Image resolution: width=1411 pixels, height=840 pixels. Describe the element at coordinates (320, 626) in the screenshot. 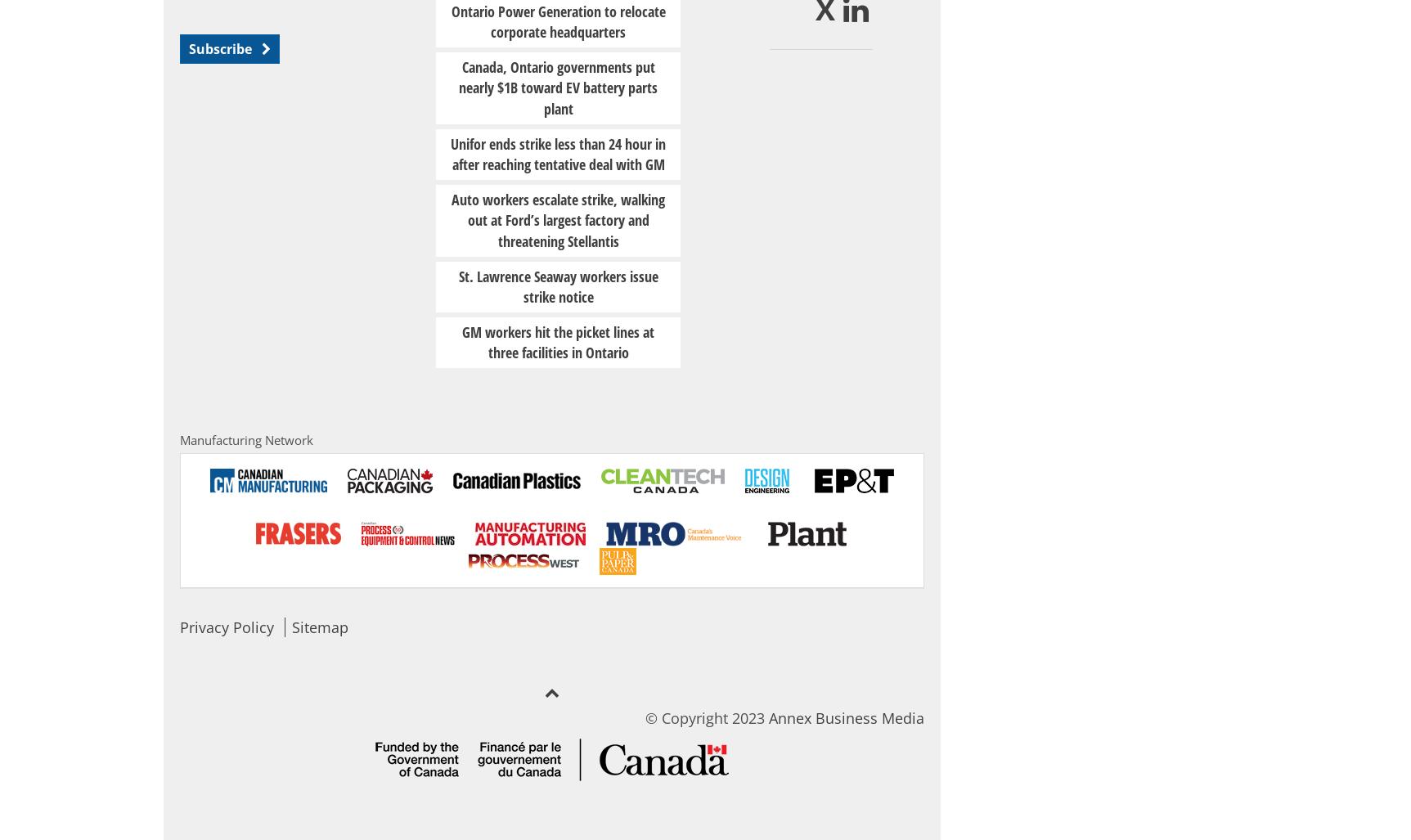

I see `'Sitemap'` at that location.